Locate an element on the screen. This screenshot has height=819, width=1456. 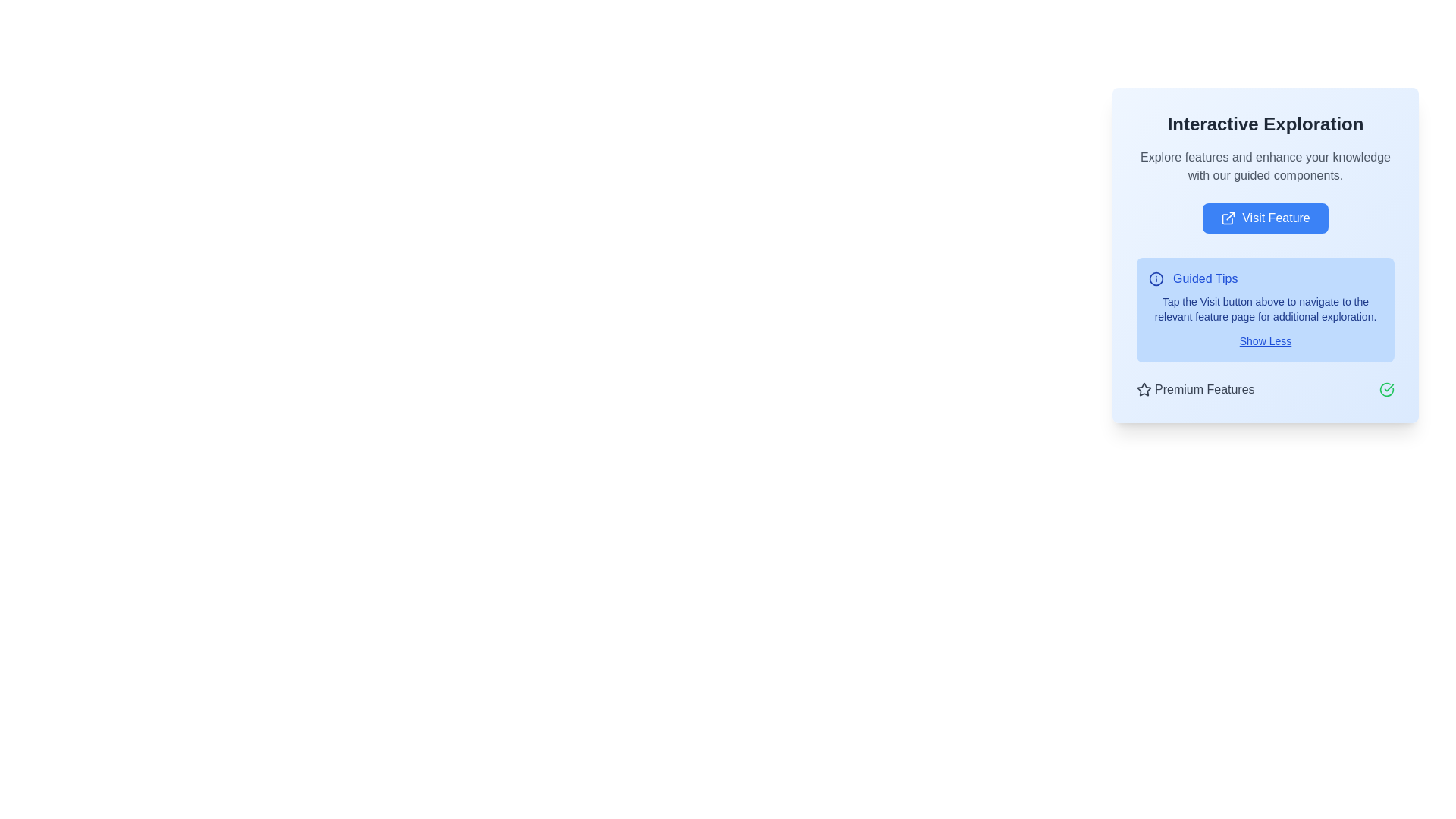
the text element that provides a brief description or tagline, located below the title 'Interactive Exploration' and above the 'Visit Feature' button is located at coordinates (1266, 166).